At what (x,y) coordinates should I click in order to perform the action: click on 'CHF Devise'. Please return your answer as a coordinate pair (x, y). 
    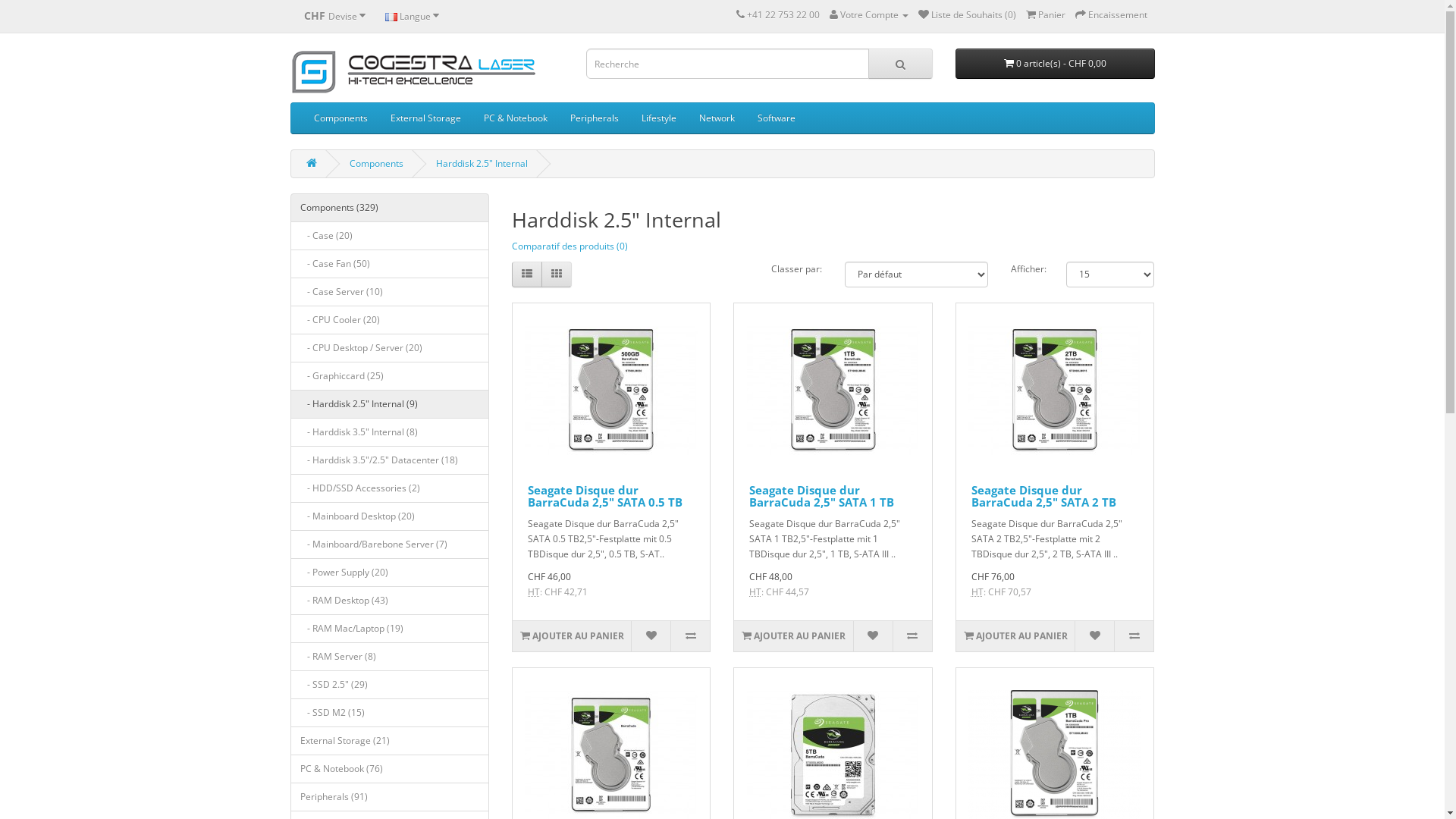
    Looking at the image, I should click on (334, 15).